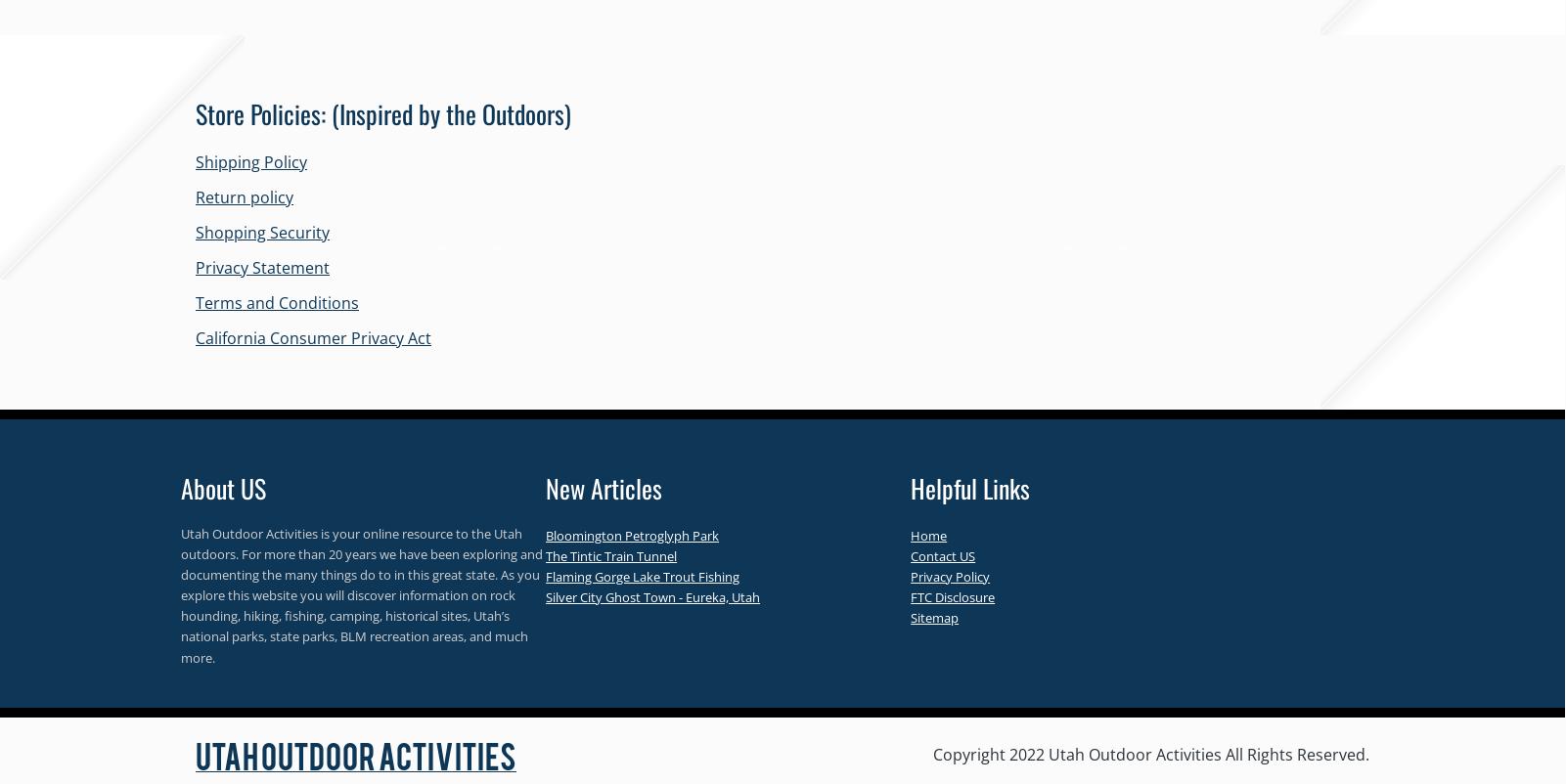  What do you see at coordinates (910, 533) in the screenshot?
I see `'Home'` at bounding box center [910, 533].